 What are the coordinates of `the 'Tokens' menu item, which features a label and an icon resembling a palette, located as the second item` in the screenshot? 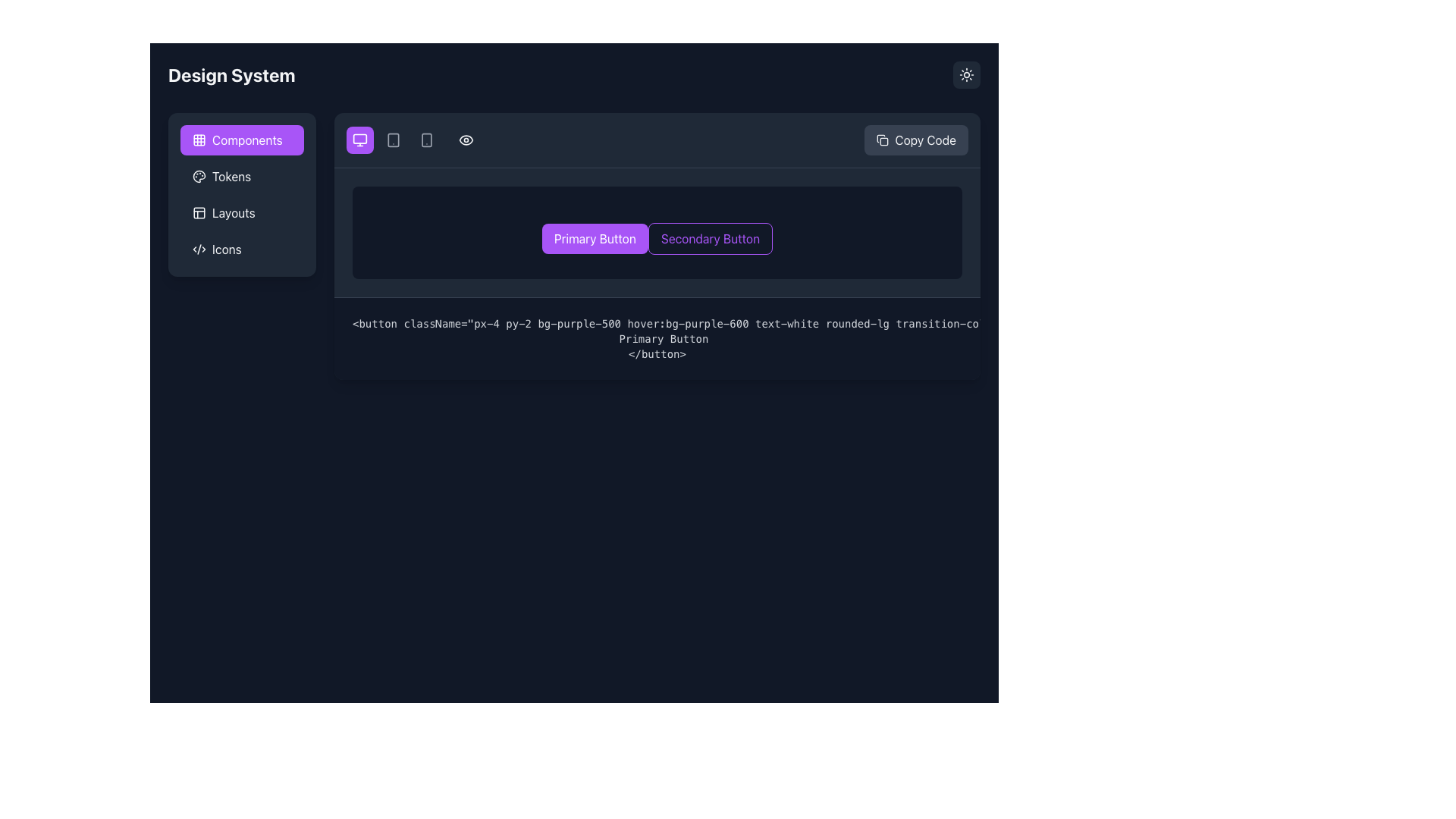 It's located at (241, 175).